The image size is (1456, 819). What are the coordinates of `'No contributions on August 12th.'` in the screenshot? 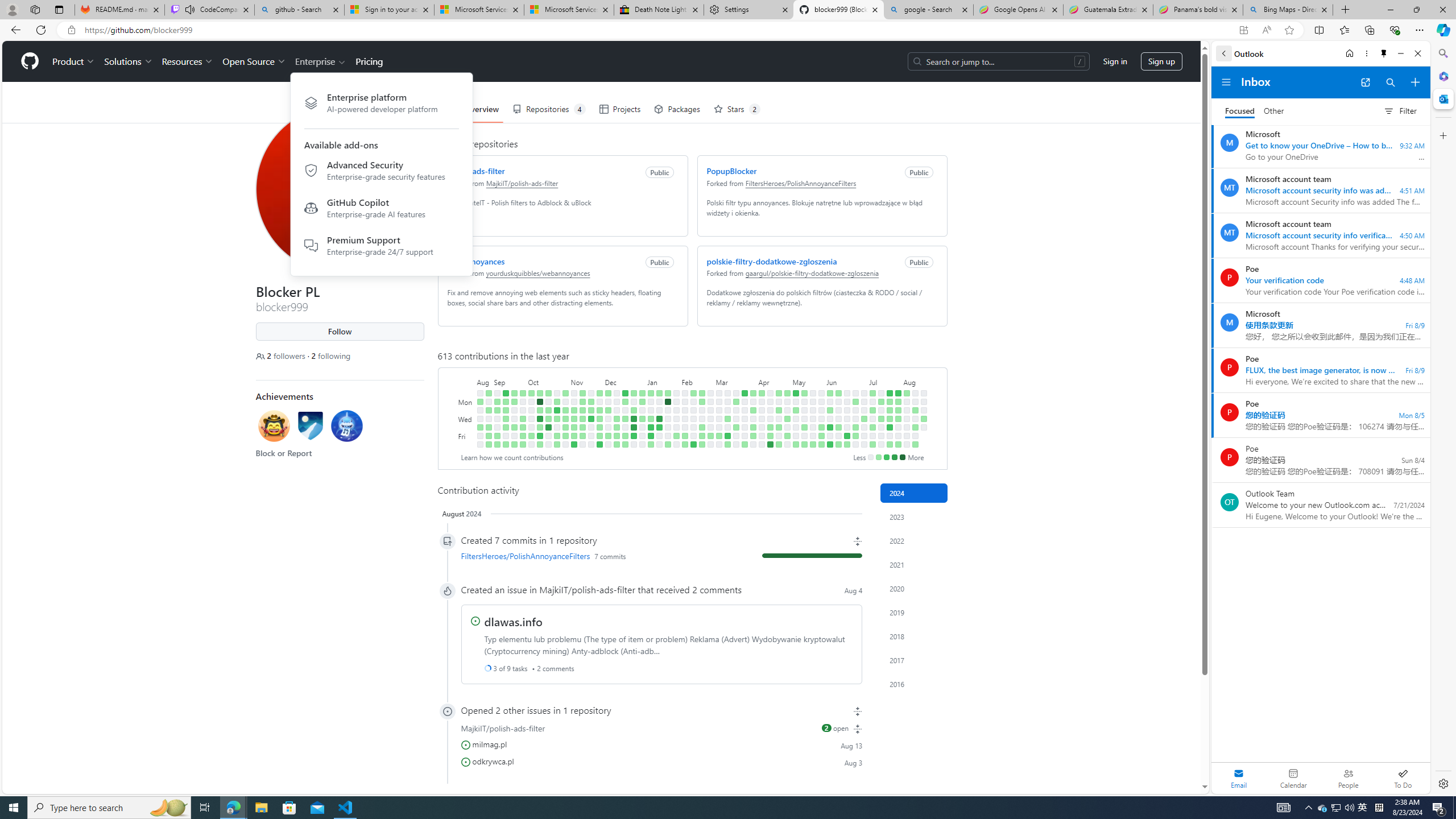 It's located at (914, 401).